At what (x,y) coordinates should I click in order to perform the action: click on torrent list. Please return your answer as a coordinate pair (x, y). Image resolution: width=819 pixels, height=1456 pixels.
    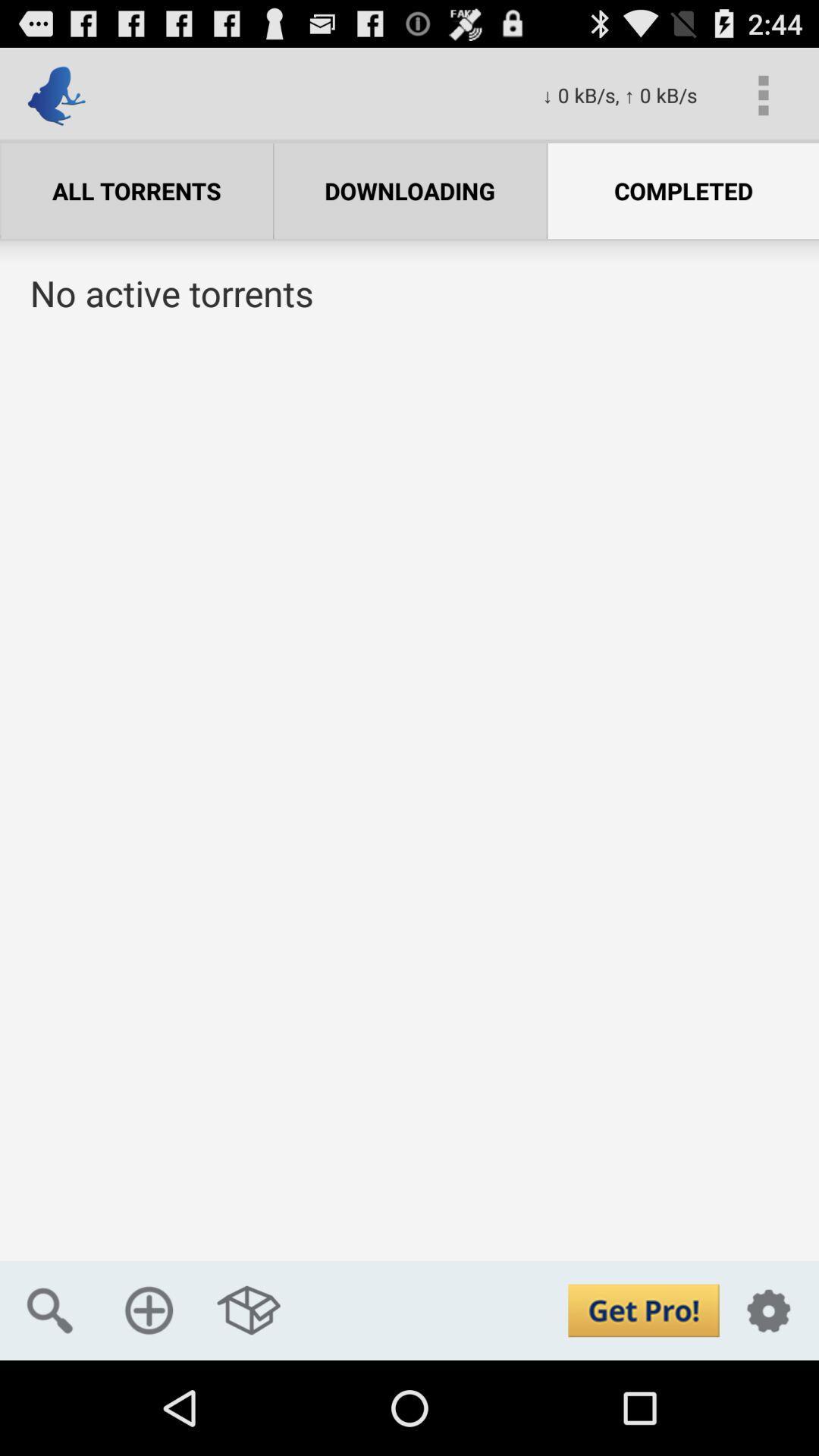
    Looking at the image, I should click on (409, 803).